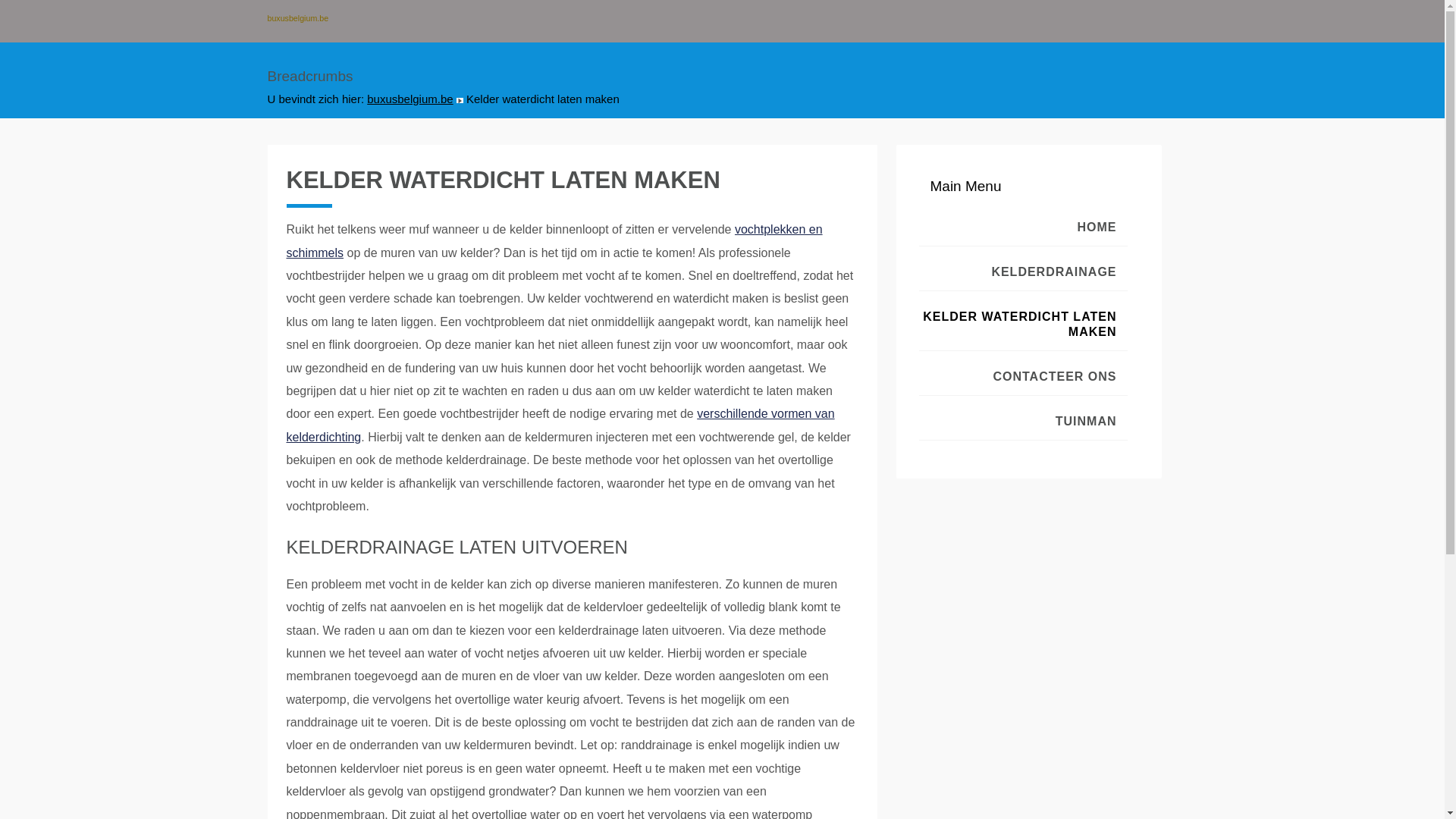  Describe the element at coordinates (1023, 271) in the screenshot. I see `'KELDERDRAINAGE'` at that location.